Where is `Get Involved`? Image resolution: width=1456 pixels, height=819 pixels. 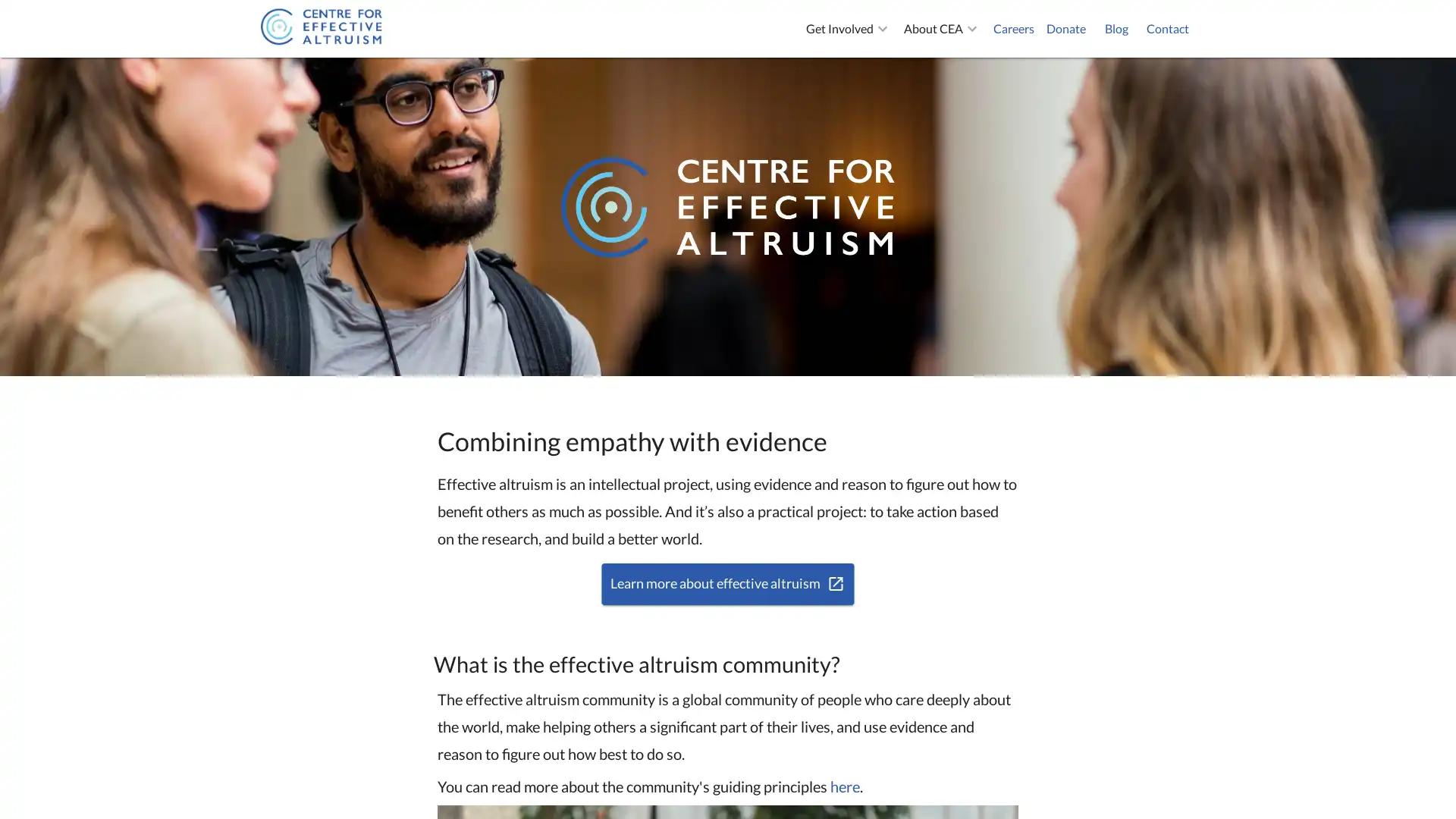
Get Involved is located at coordinates (848, 29).